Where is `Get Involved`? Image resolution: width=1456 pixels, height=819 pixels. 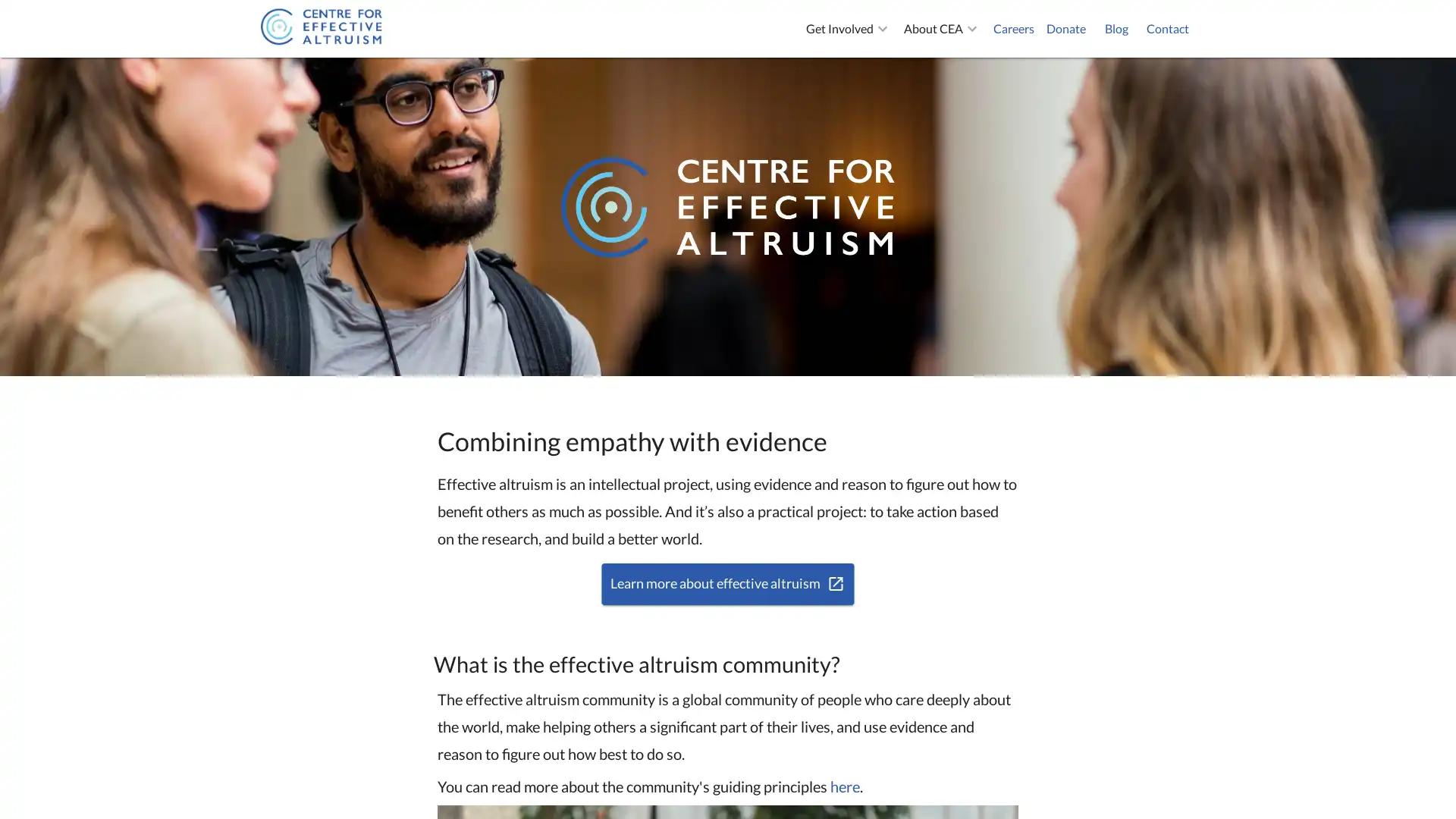
Get Involved is located at coordinates (848, 29).